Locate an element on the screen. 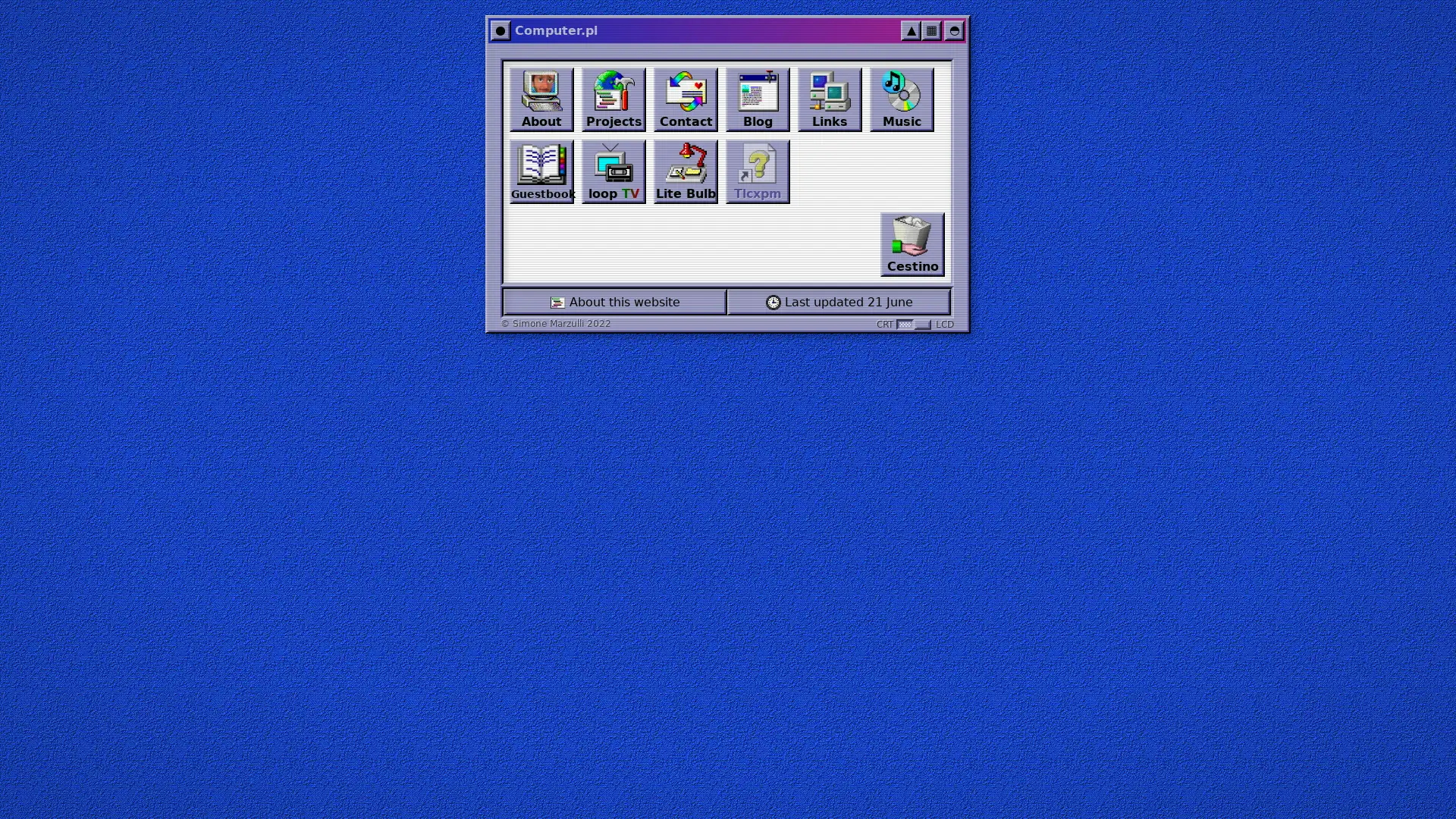 This screenshot has height=819, width=1456. links Links is located at coordinates (829, 99).